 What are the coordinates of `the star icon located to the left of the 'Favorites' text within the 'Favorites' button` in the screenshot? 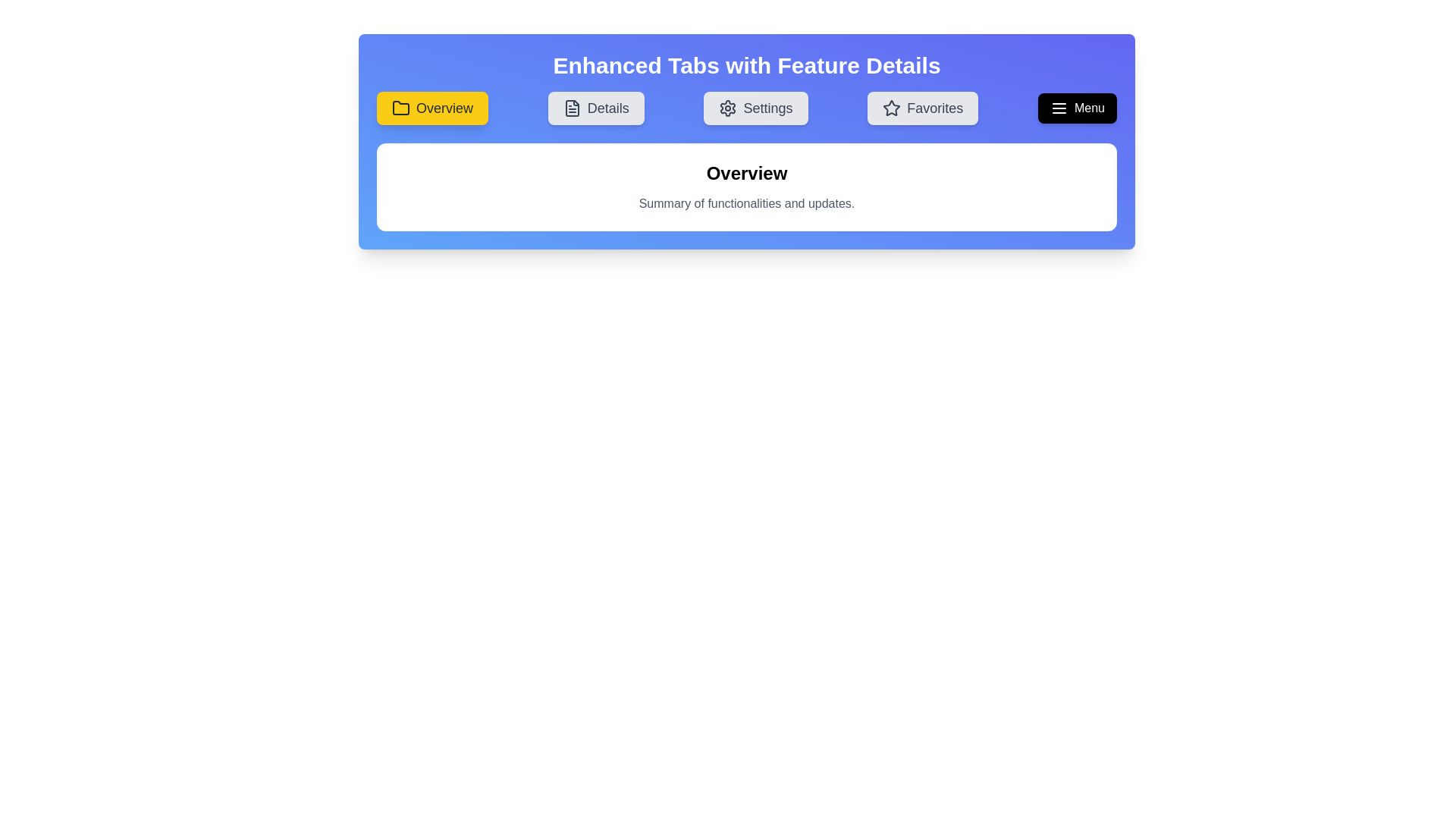 It's located at (892, 107).